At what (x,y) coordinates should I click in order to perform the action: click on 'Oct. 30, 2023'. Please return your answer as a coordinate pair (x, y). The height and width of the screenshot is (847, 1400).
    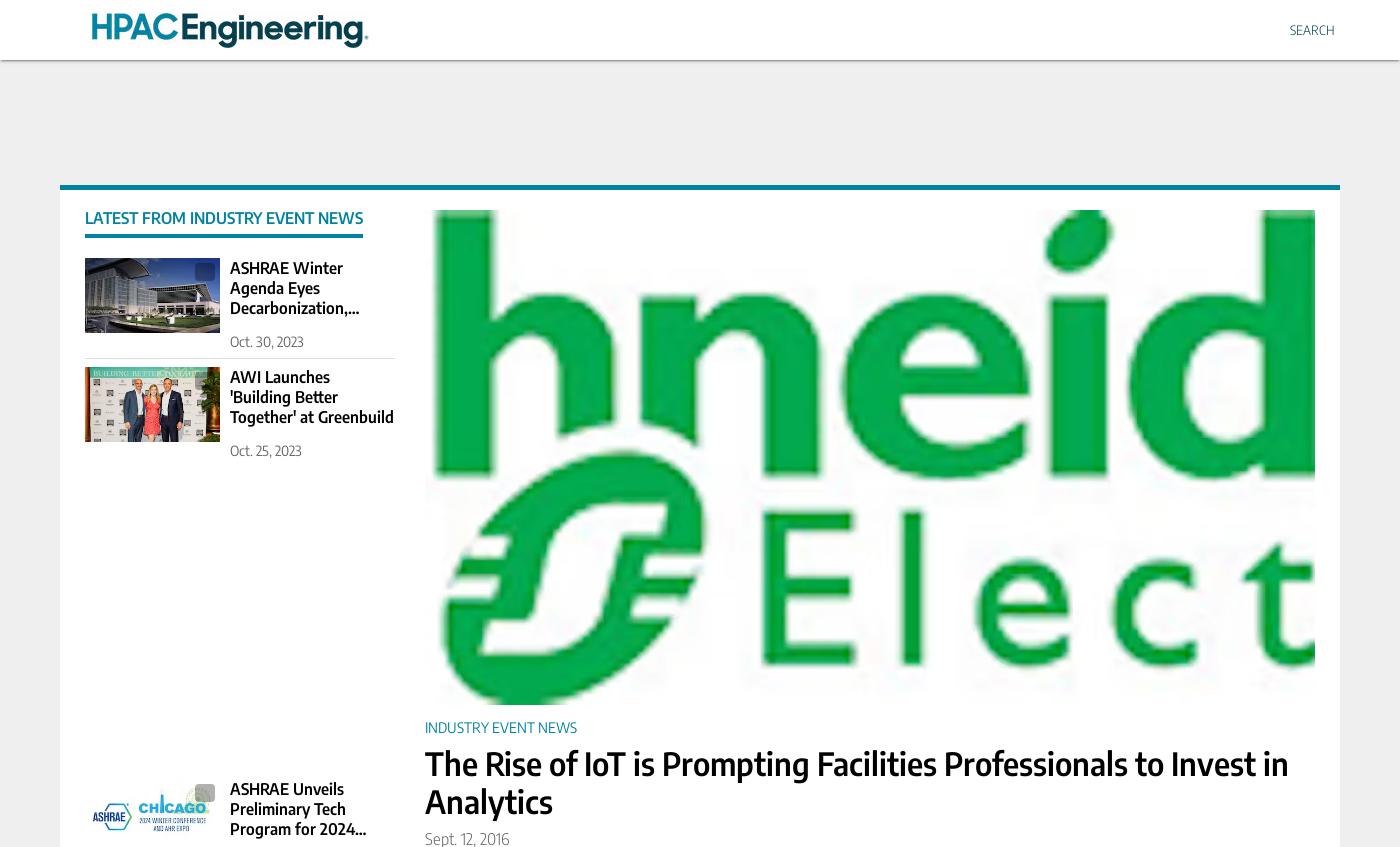
    Looking at the image, I should click on (230, 341).